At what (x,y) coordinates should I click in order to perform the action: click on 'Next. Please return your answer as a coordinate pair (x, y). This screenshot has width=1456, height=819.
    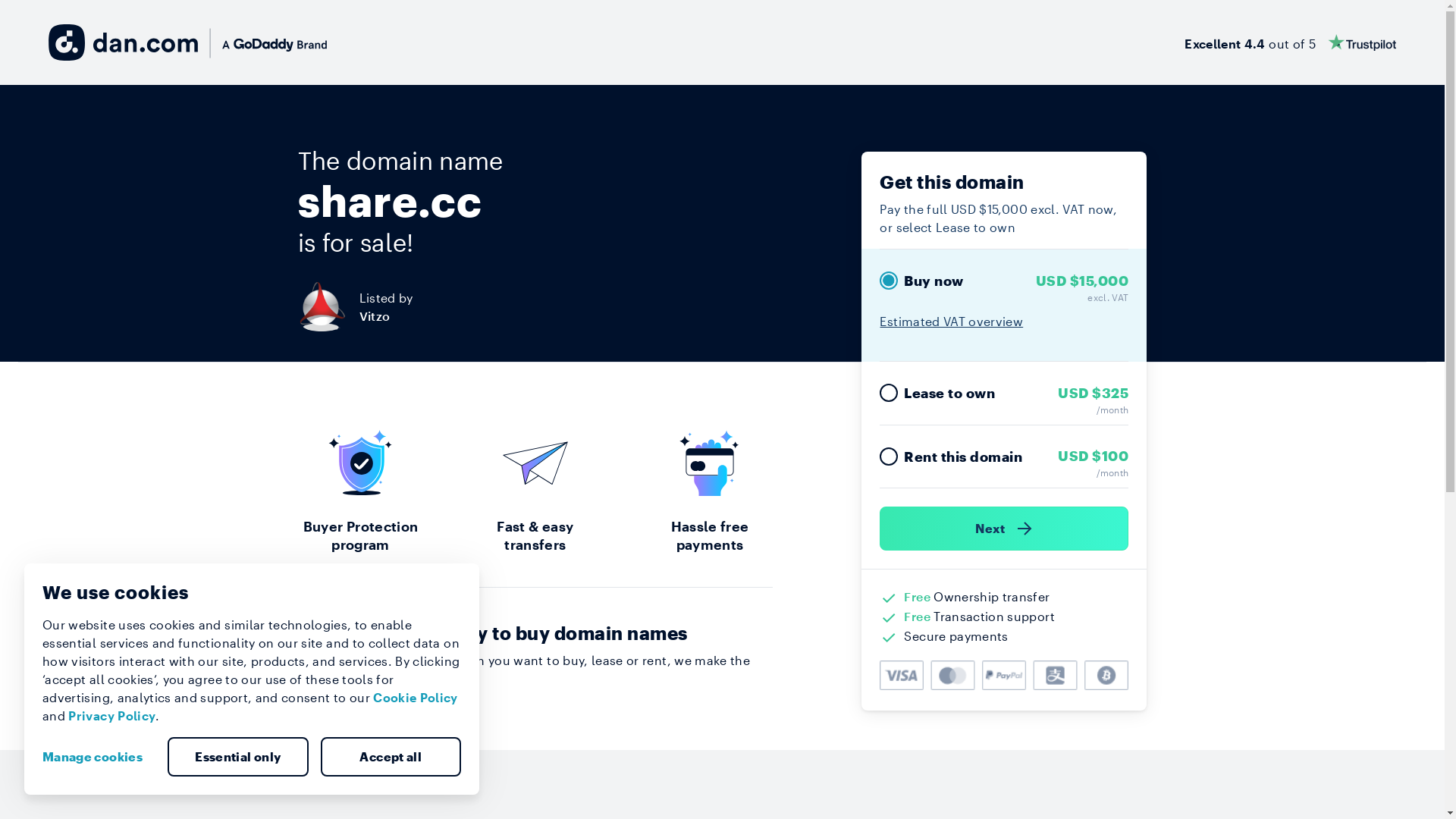
    Looking at the image, I should click on (1004, 528).